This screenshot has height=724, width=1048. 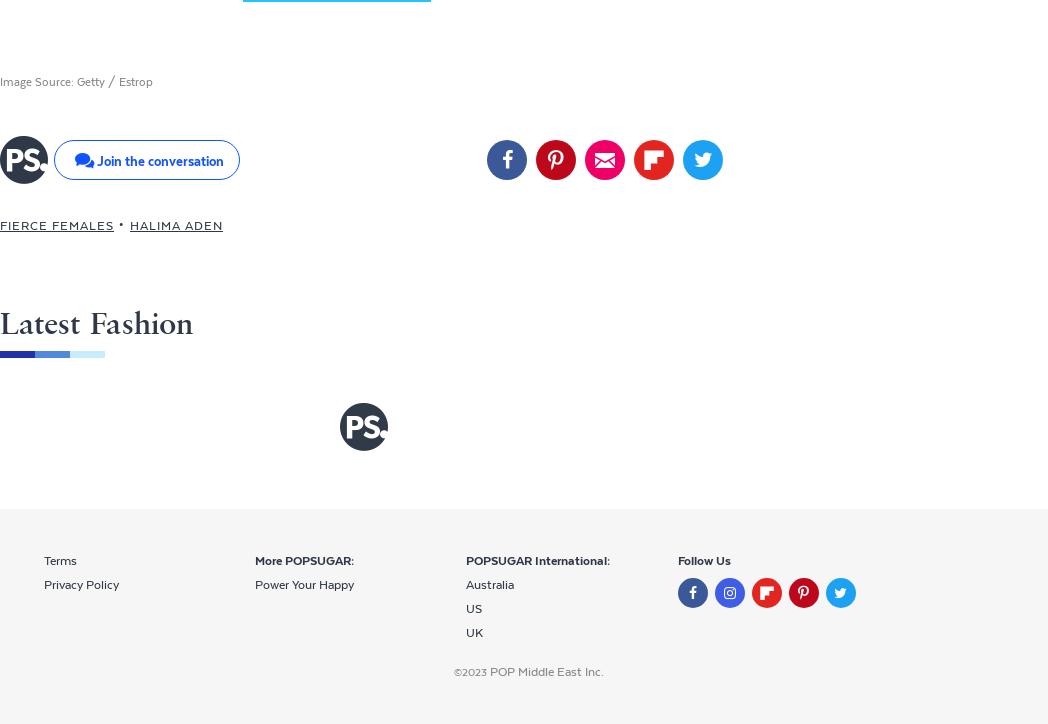 I want to click on 'Follow Us', so click(x=702, y=561).